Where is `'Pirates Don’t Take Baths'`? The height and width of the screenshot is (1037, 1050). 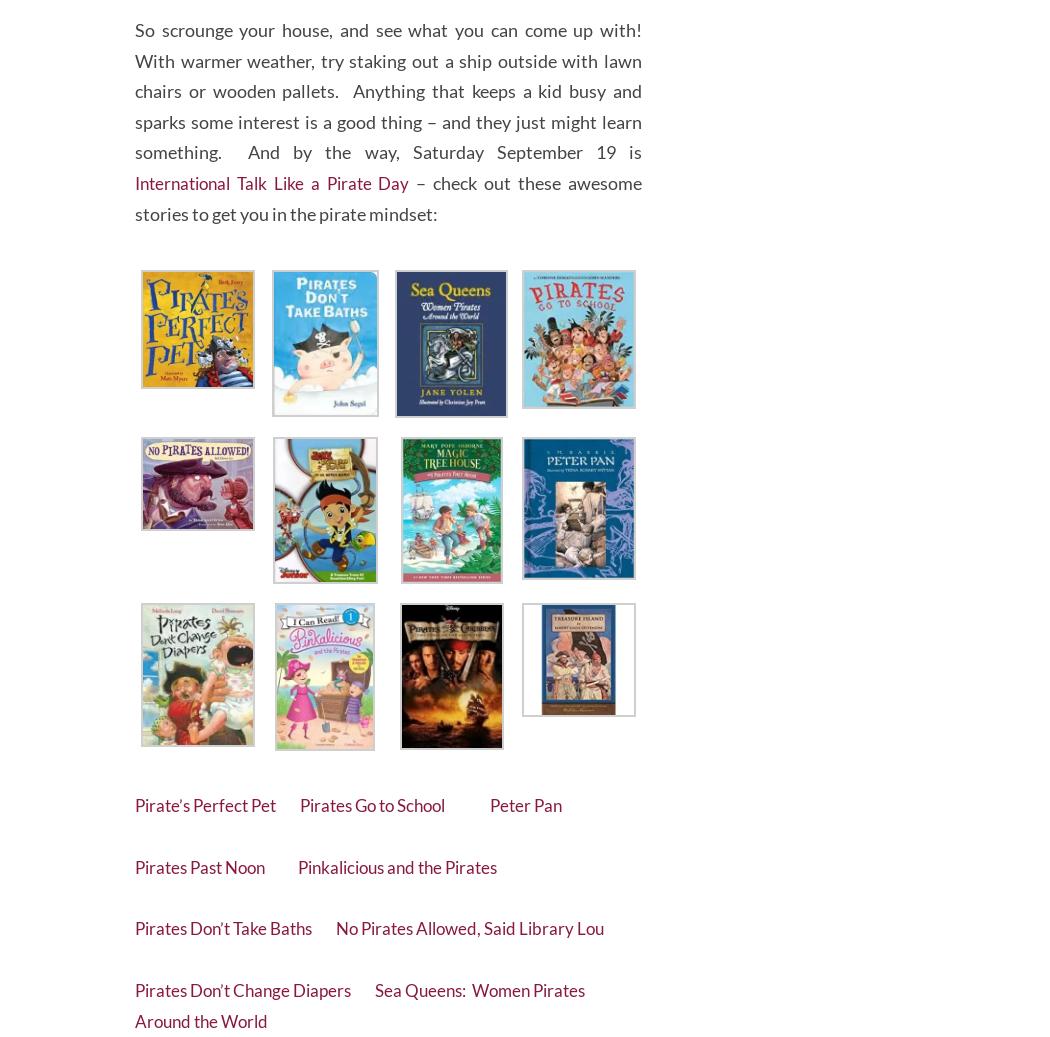
'Pirates Don’t Take Baths' is located at coordinates (242, 920).